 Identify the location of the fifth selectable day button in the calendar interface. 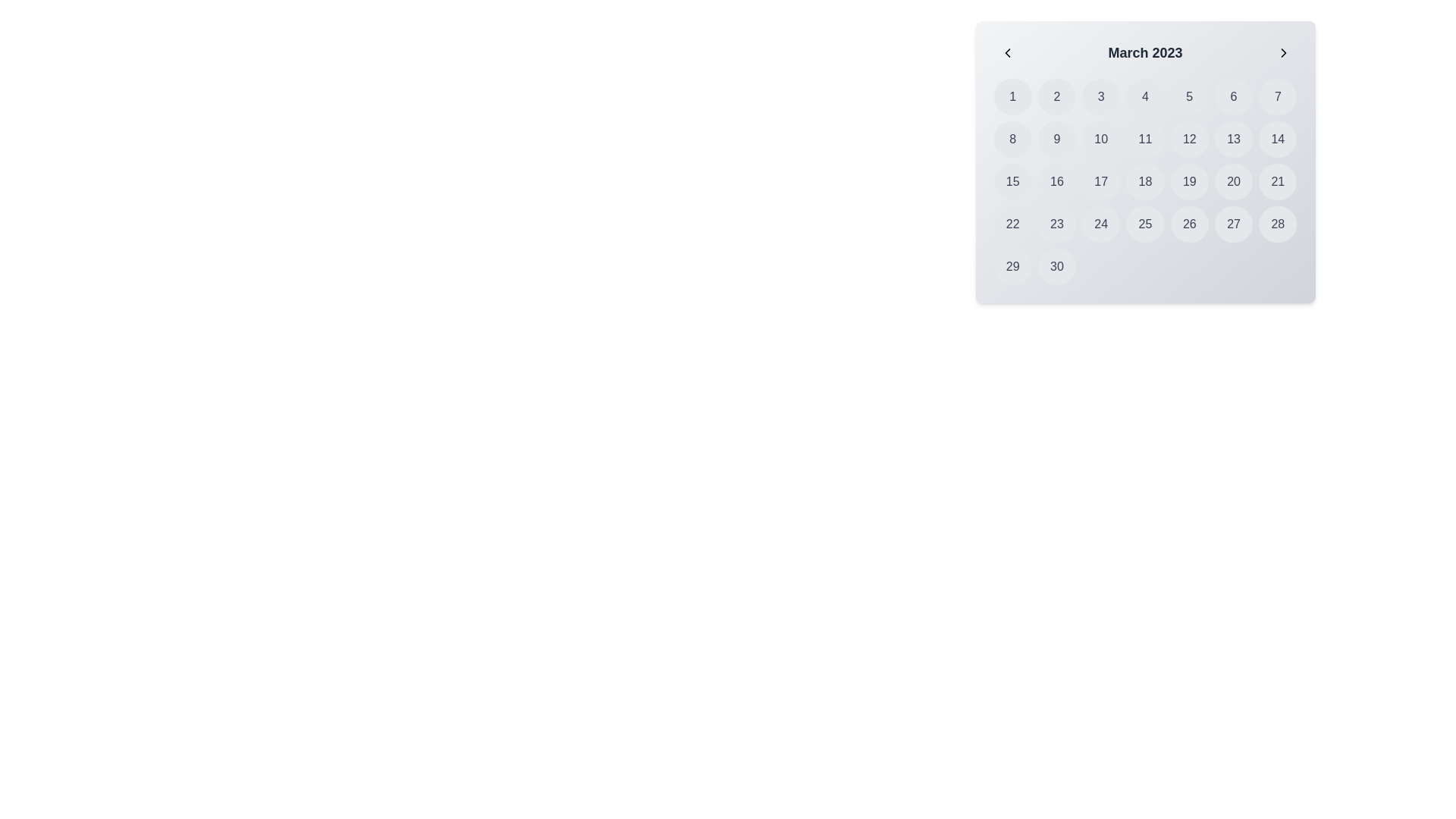
(1188, 96).